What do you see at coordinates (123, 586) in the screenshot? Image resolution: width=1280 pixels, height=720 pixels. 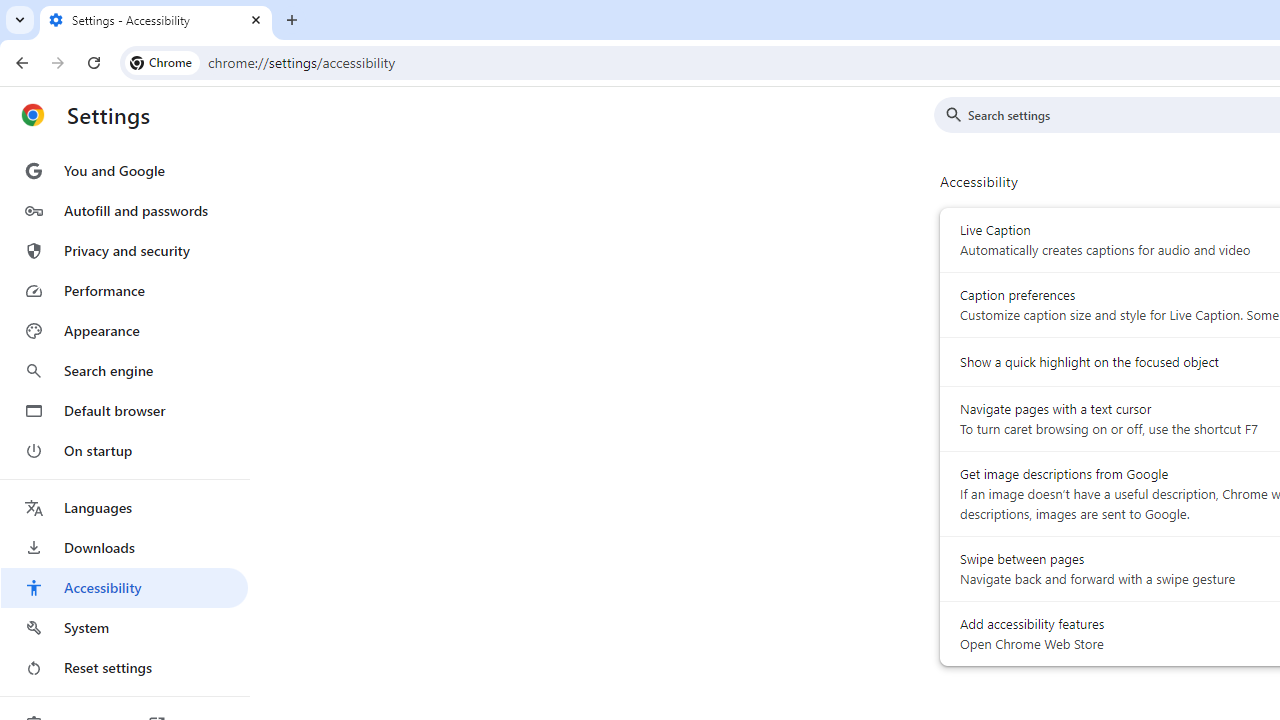 I see `'Accessibility'` at bounding box center [123, 586].